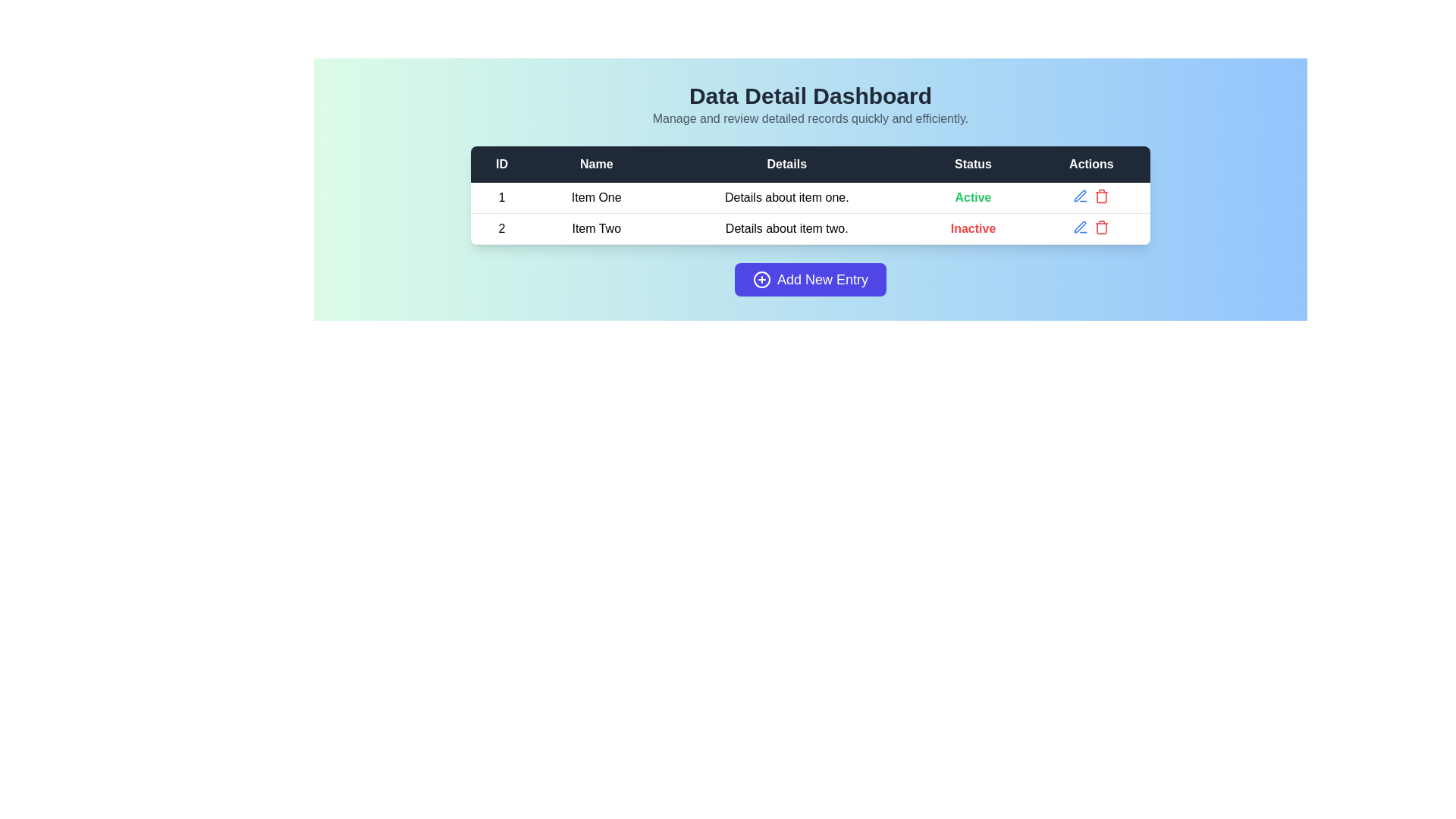  I want to click on the delete button, which is the third interactive icon in the 'Actions' column of the first row in the data table, positioned to the right of the edit icon, so click(1102, 195).